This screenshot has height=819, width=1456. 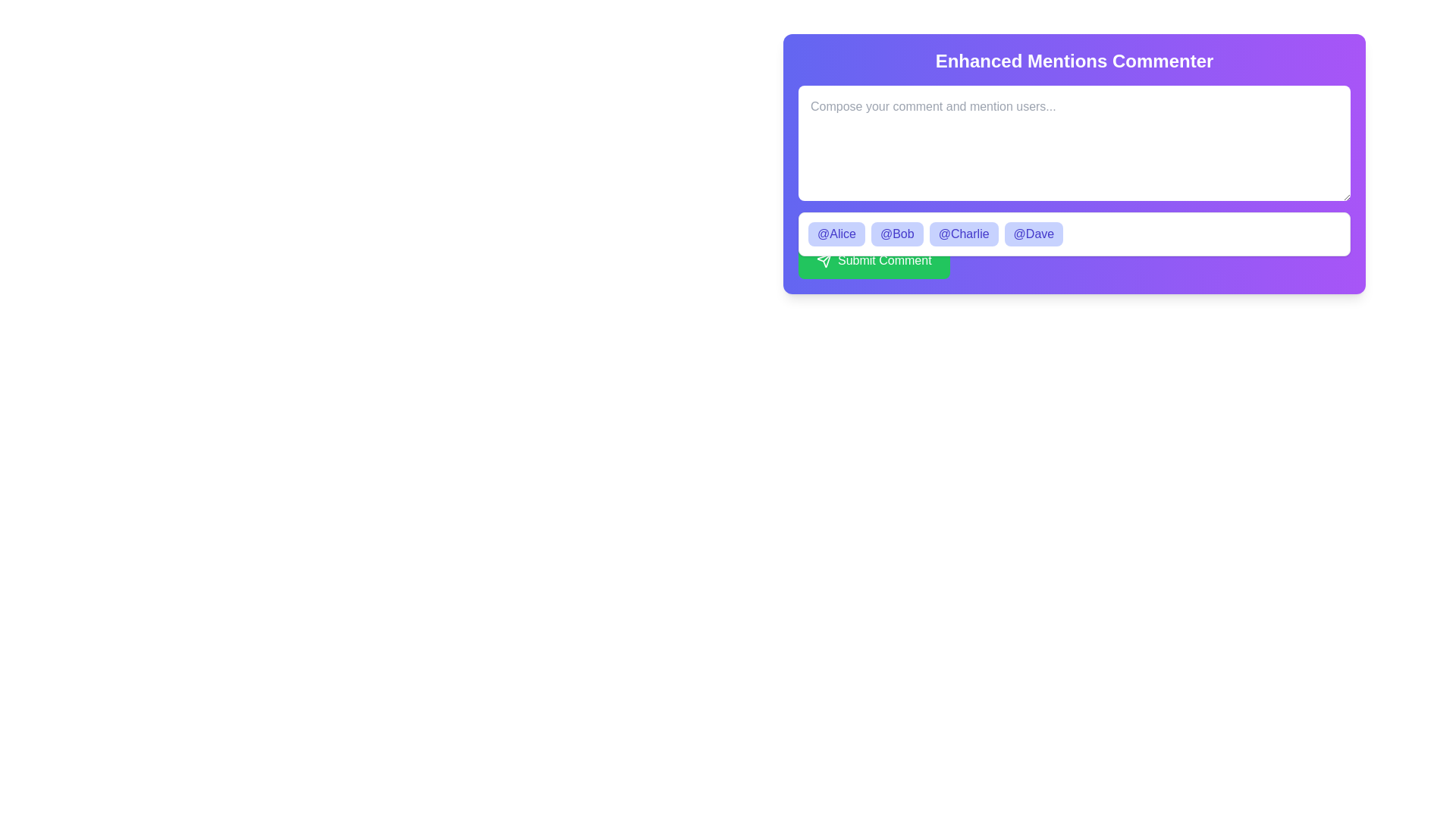 What do you see at coordinates (807, 227) in the screenshot?
I see `the circular smiley face icon located in the top-left corner of the group displaying the text 'You can mention team members in your comment.'` at bounding box center [807, 227].